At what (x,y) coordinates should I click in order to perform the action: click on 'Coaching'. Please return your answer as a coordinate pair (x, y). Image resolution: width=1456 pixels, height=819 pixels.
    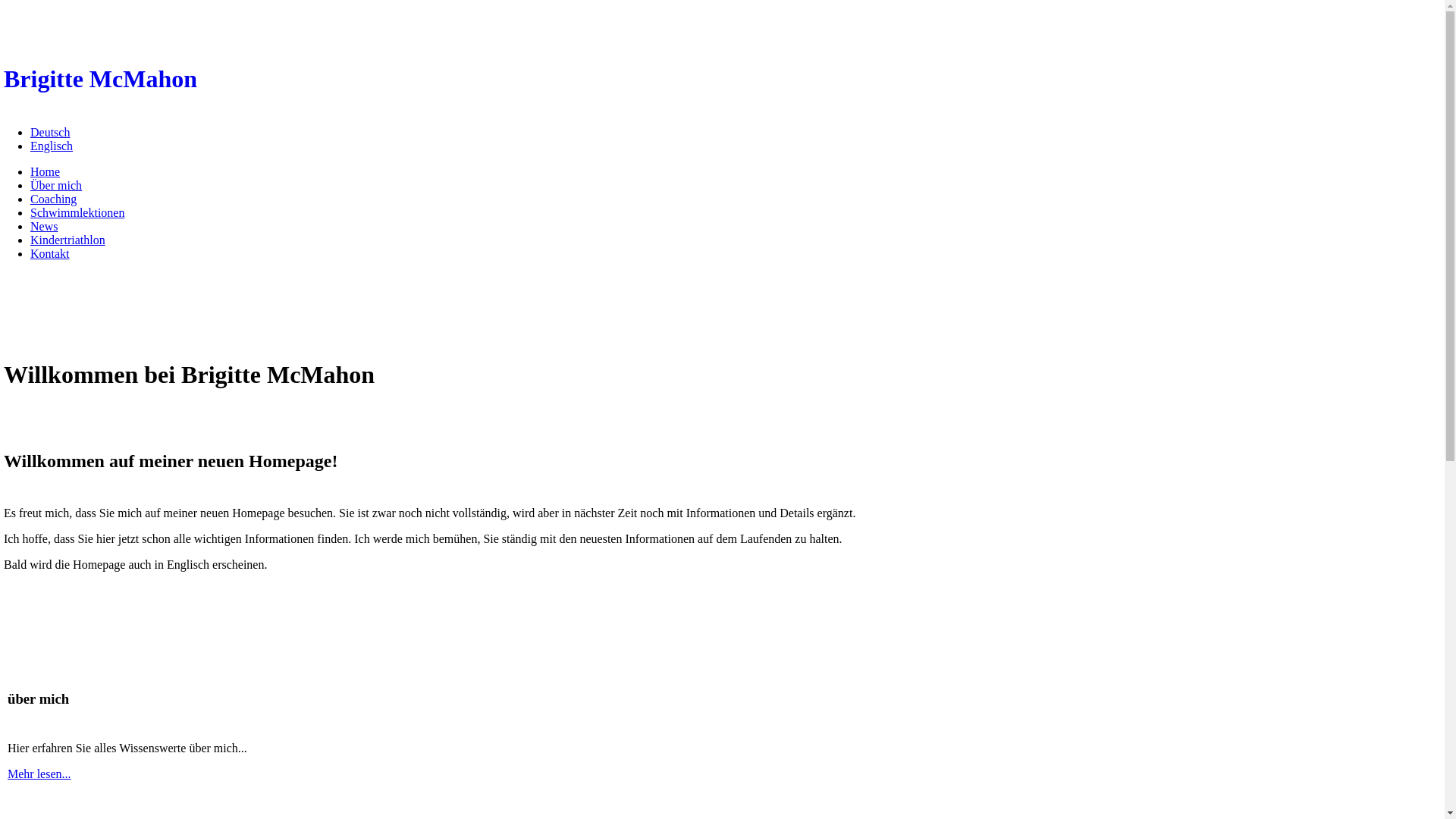
    Looking at the image, I should click on (30, 198).